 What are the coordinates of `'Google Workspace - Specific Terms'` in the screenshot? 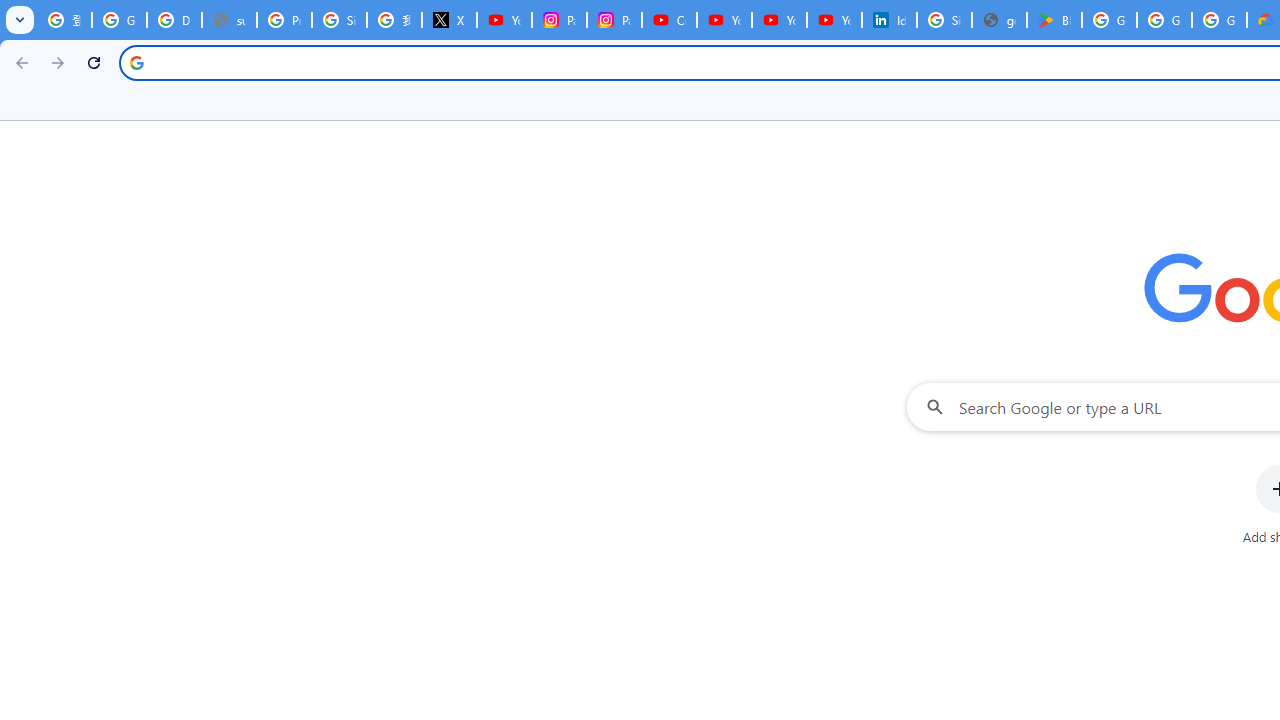 It's located at (1164, 20).